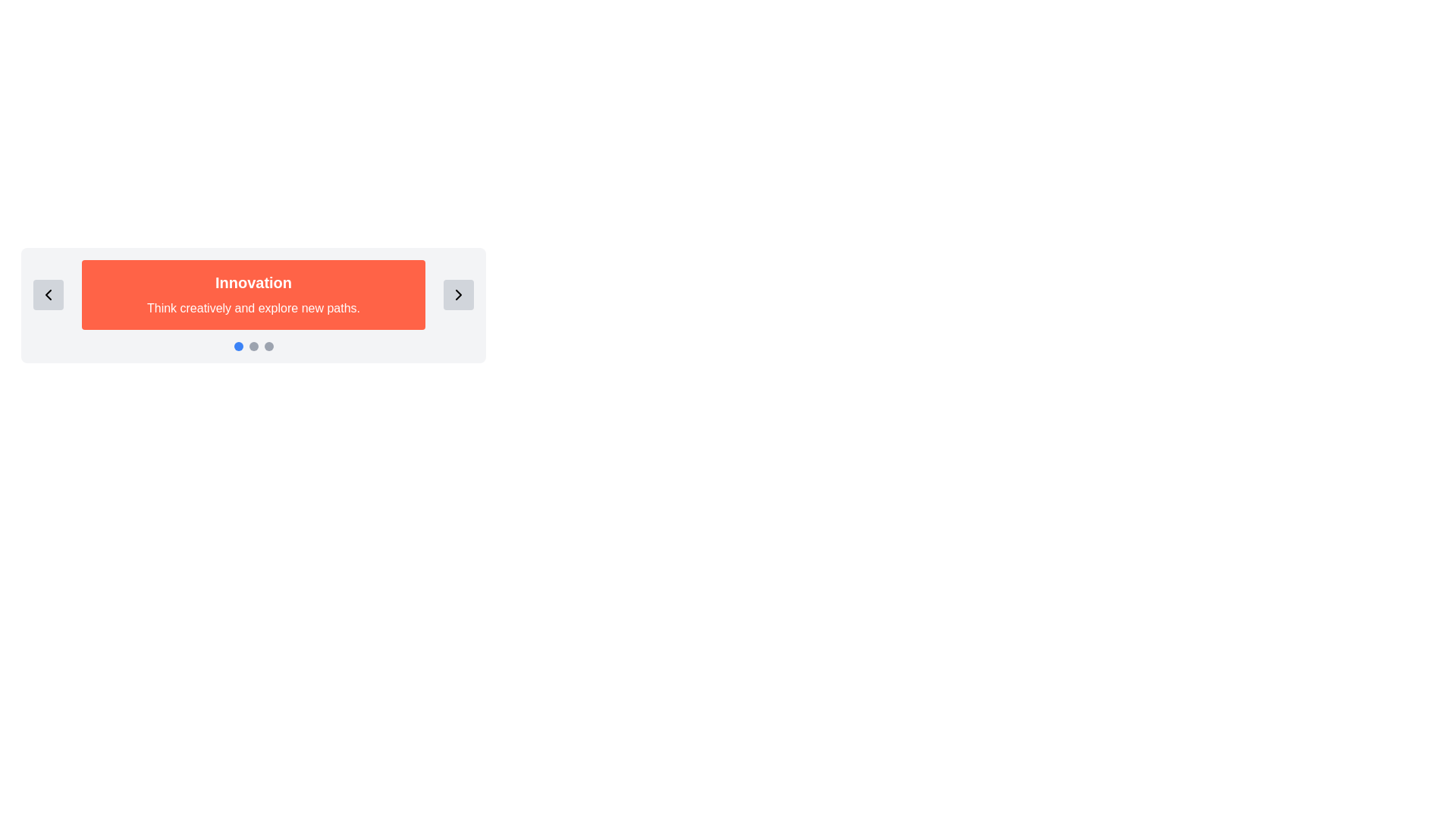  I want to click on the right-facing chevron icon on the 'Innovation' button, which has a prominent red section and is located above pagination indicators, so click(457, 295).